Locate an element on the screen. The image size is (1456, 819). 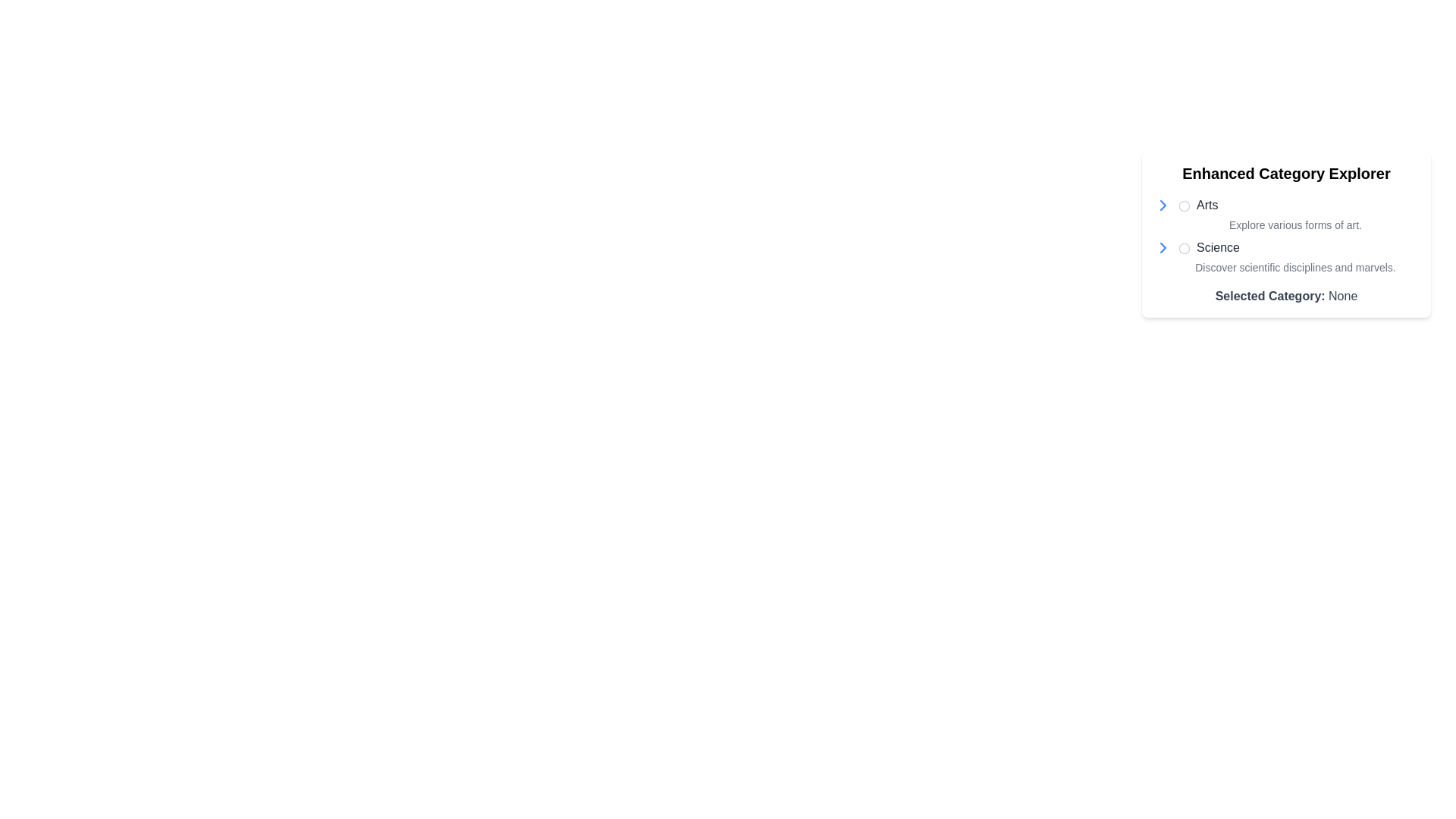
the Text section containing the categories 'Arts' and 'Science' with descriptions underneath, located within the 'Enhanced Category Explorer' card is located at coordinates (1285, 236).